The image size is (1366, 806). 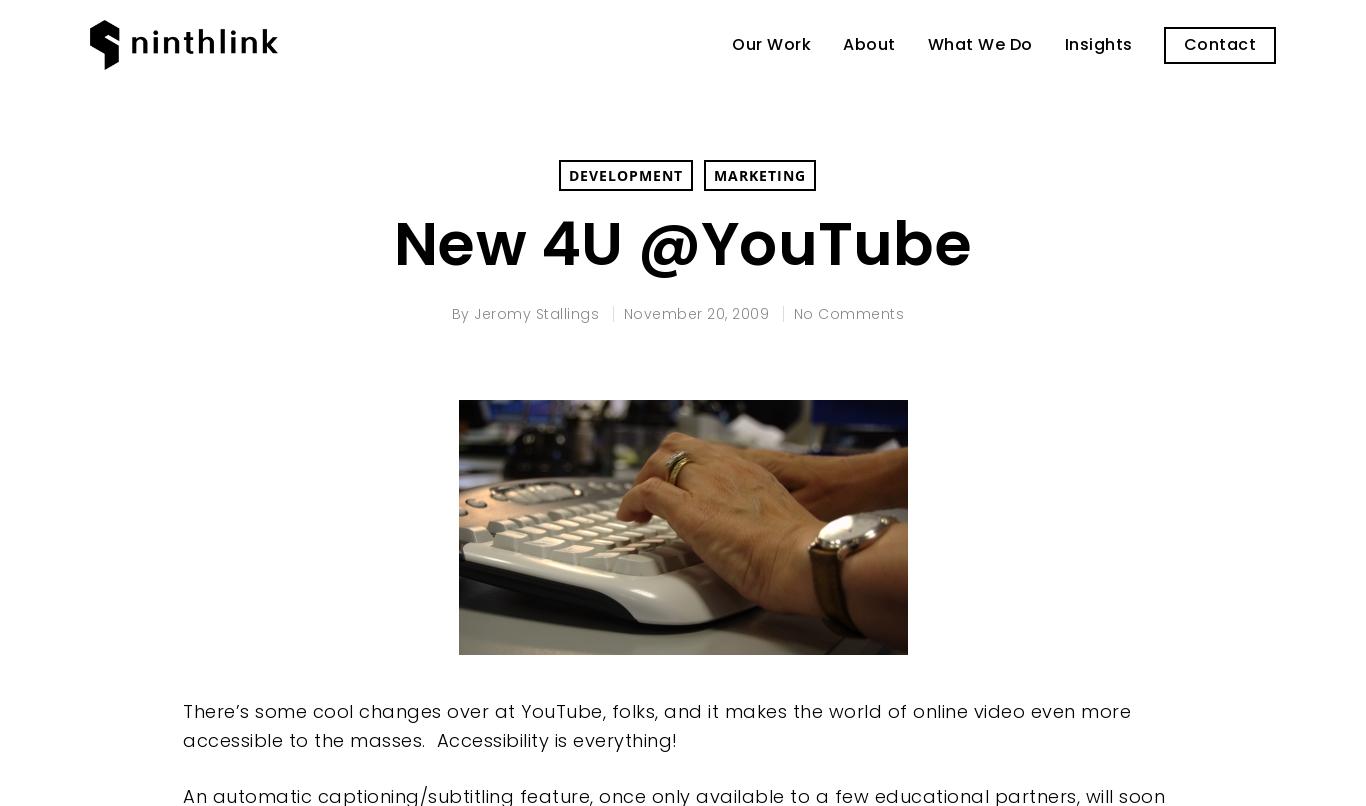 What do you see at coordinates (656, 725) in the screenshot?
I see `'There’s some cool changes over at YouTube, folks, and it makes the world of online video even more accessible to the masses.  Accessibility is everything!'` at bounding box center [656, 725].